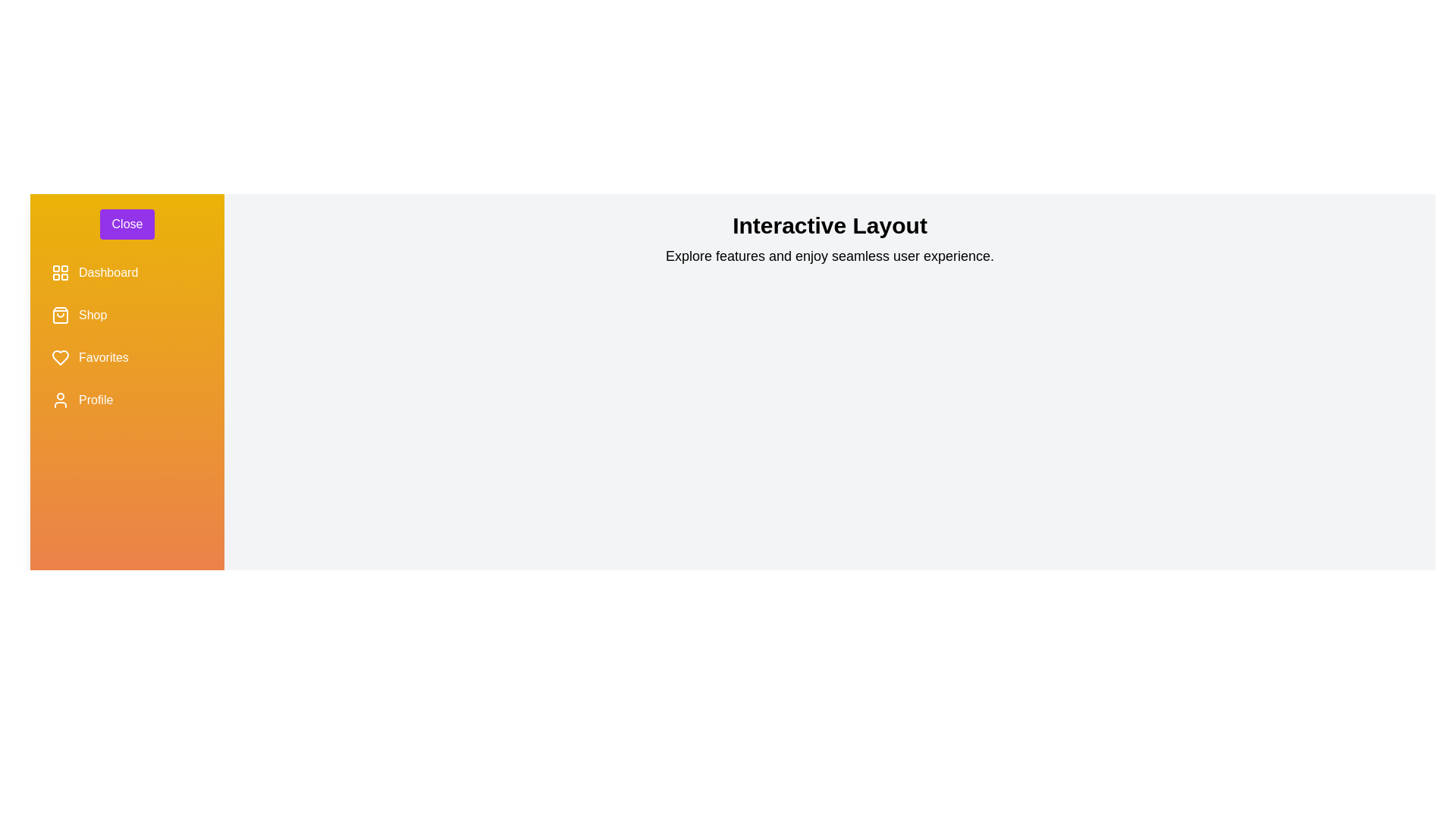  What do you see at coordinates (127, 315) in the screenshot?
I see `the menu item labeled Shop to observe its hover effect` at bounding box center [127, 315].